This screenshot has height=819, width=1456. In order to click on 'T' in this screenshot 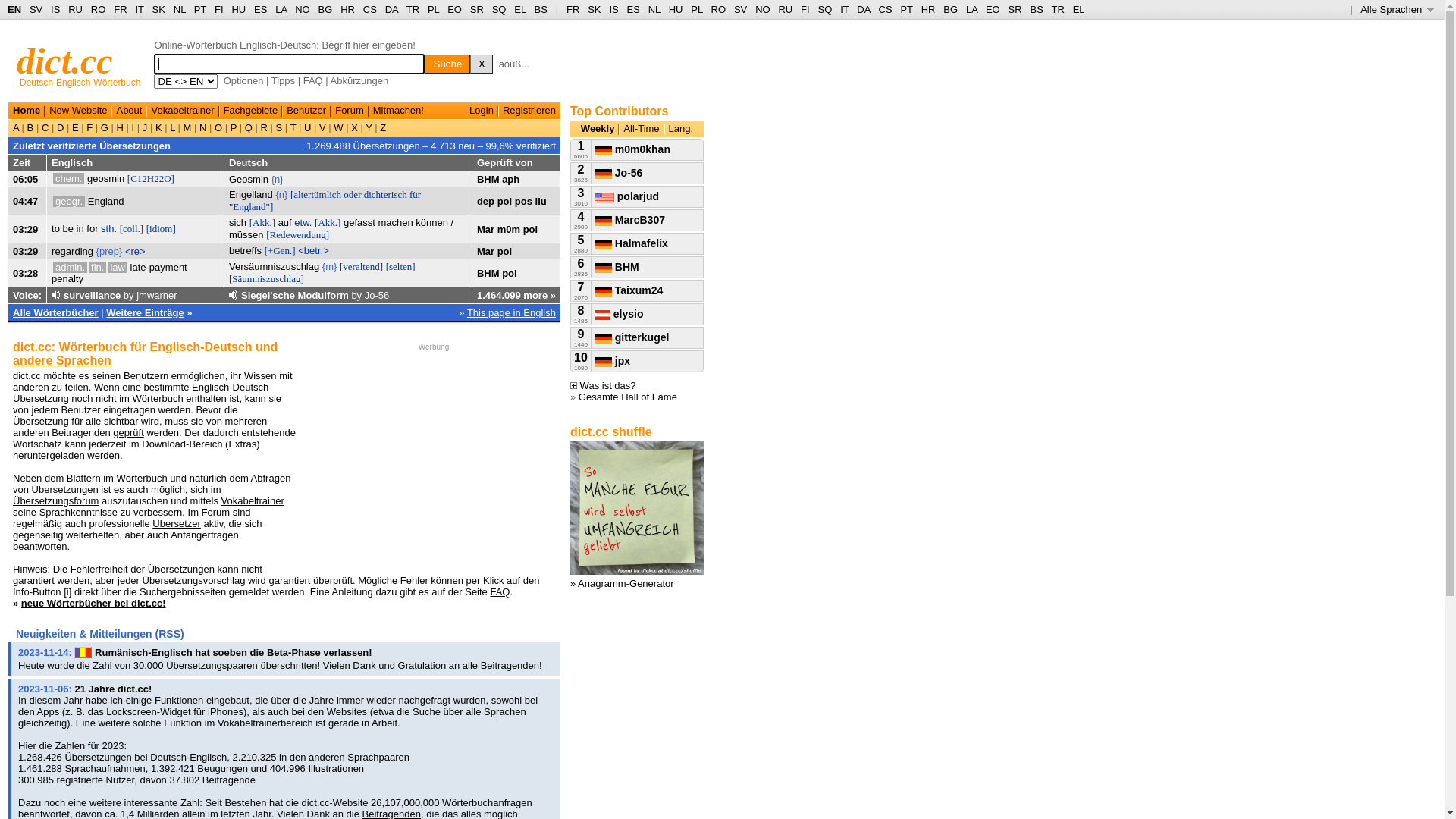, I will do `click(293, 127)`.